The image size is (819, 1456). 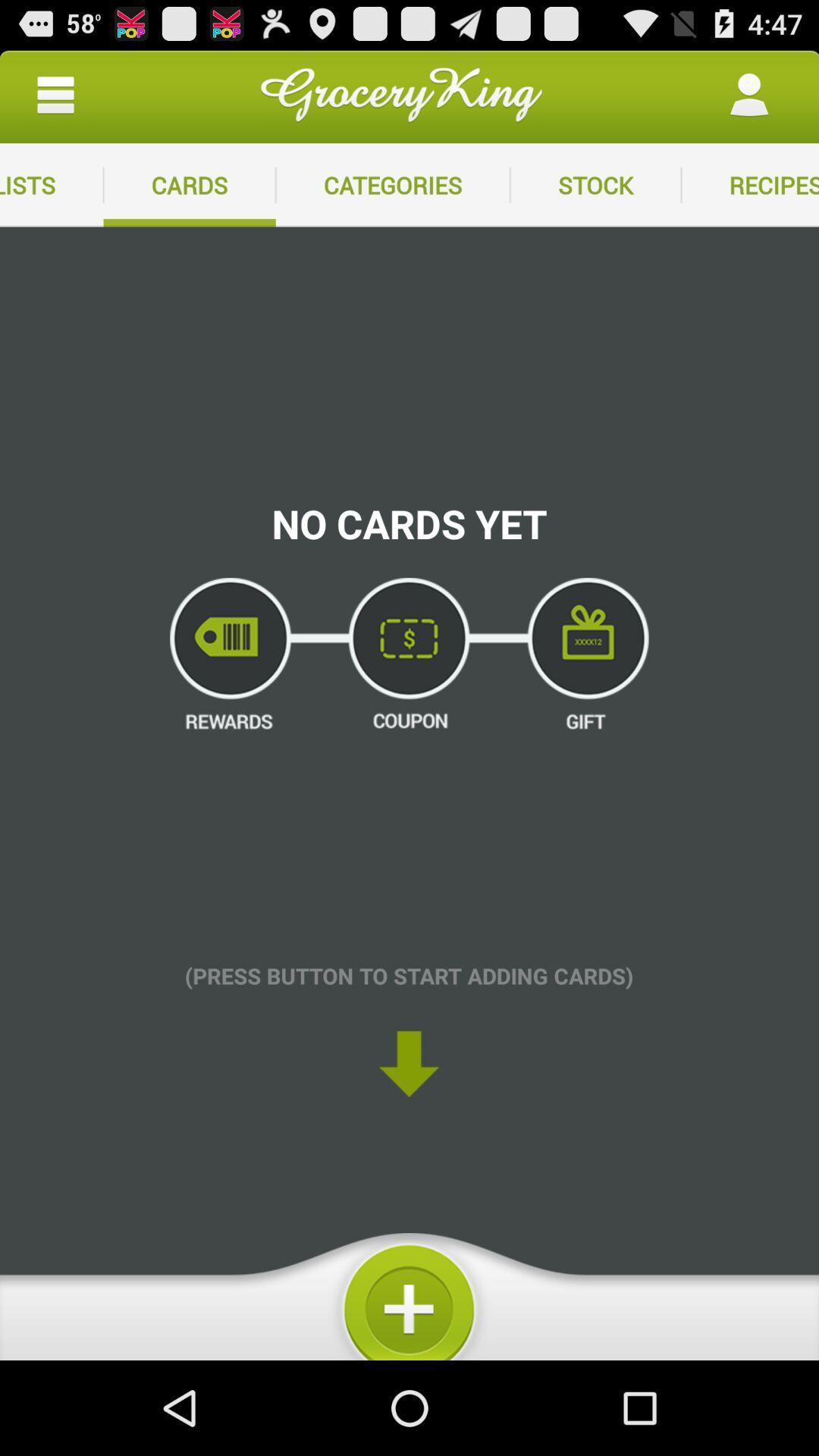 I want to click on the app next to stock item, so click(x=749, y=184).